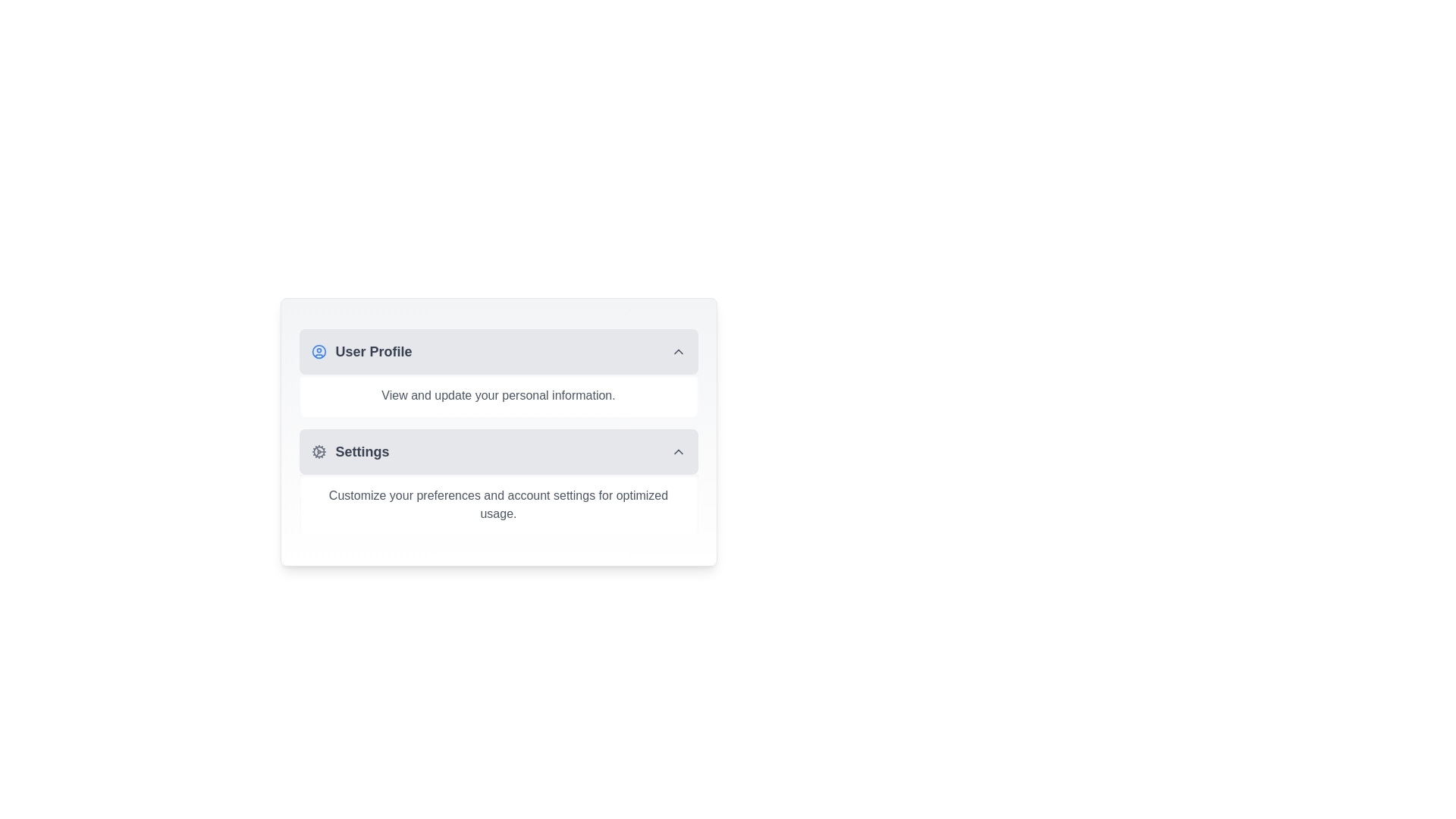  I want to click on the 'Settings' navigation item, which is the second block under the 'User Profile' header, so click(349, 451).